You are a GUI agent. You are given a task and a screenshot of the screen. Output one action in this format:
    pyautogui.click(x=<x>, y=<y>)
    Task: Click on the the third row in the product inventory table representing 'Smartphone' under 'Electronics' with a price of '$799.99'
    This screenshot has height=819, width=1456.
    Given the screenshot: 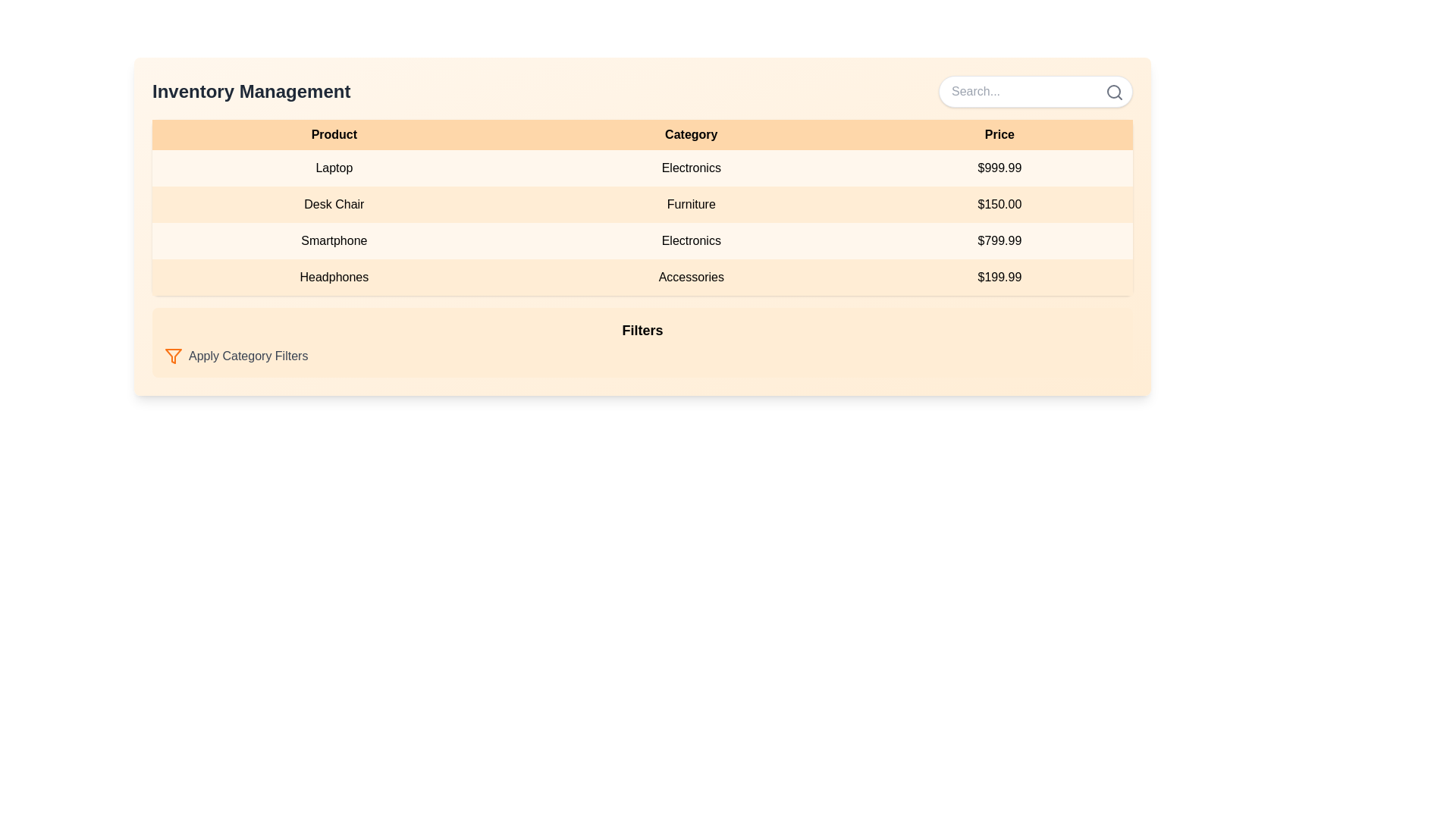 What is the action you would take?
    pyautogui.click(x=642, y=240)
    